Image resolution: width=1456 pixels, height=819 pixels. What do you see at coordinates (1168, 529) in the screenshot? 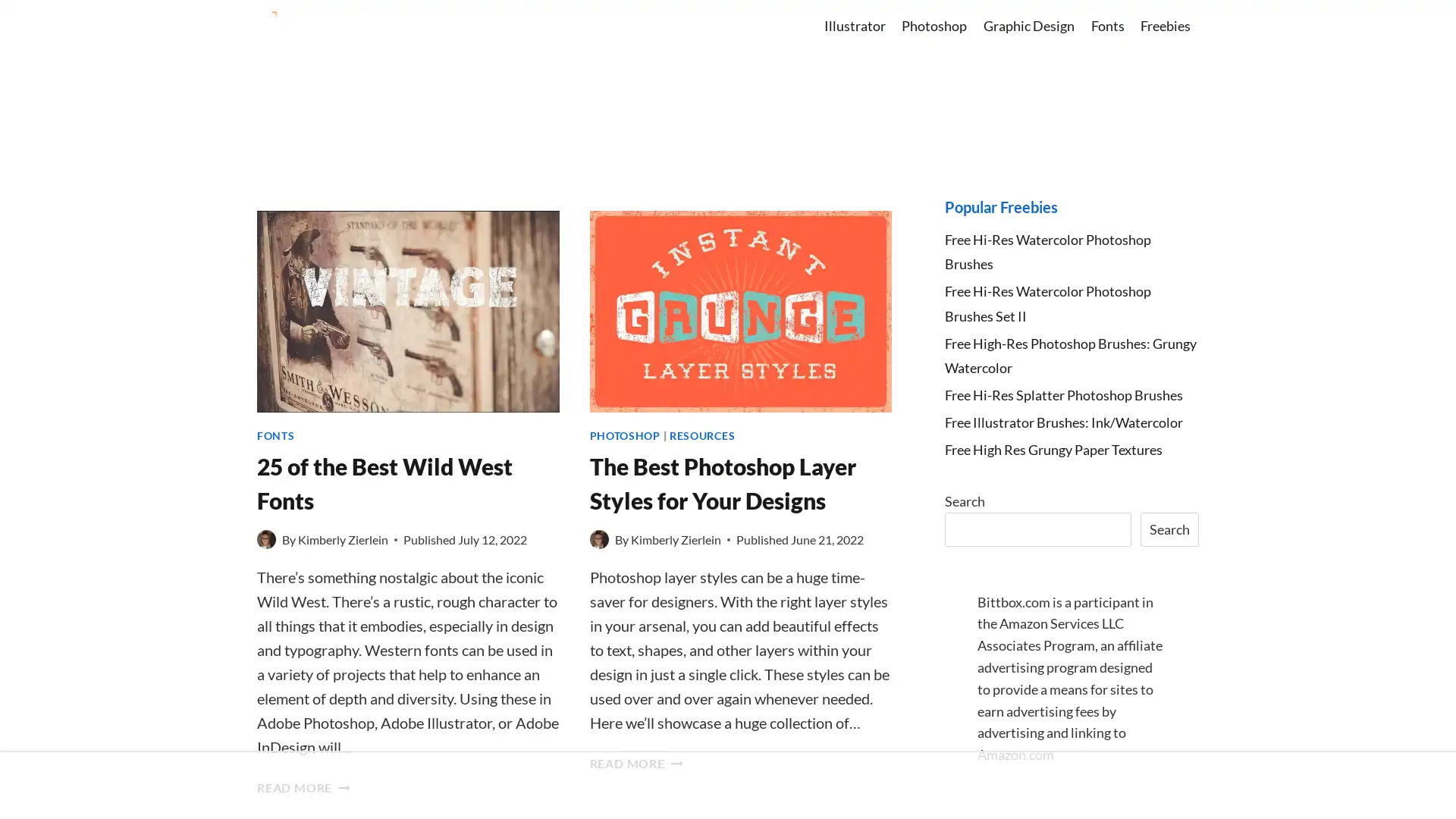
I see `Search` at bounding box center [1168, 529].